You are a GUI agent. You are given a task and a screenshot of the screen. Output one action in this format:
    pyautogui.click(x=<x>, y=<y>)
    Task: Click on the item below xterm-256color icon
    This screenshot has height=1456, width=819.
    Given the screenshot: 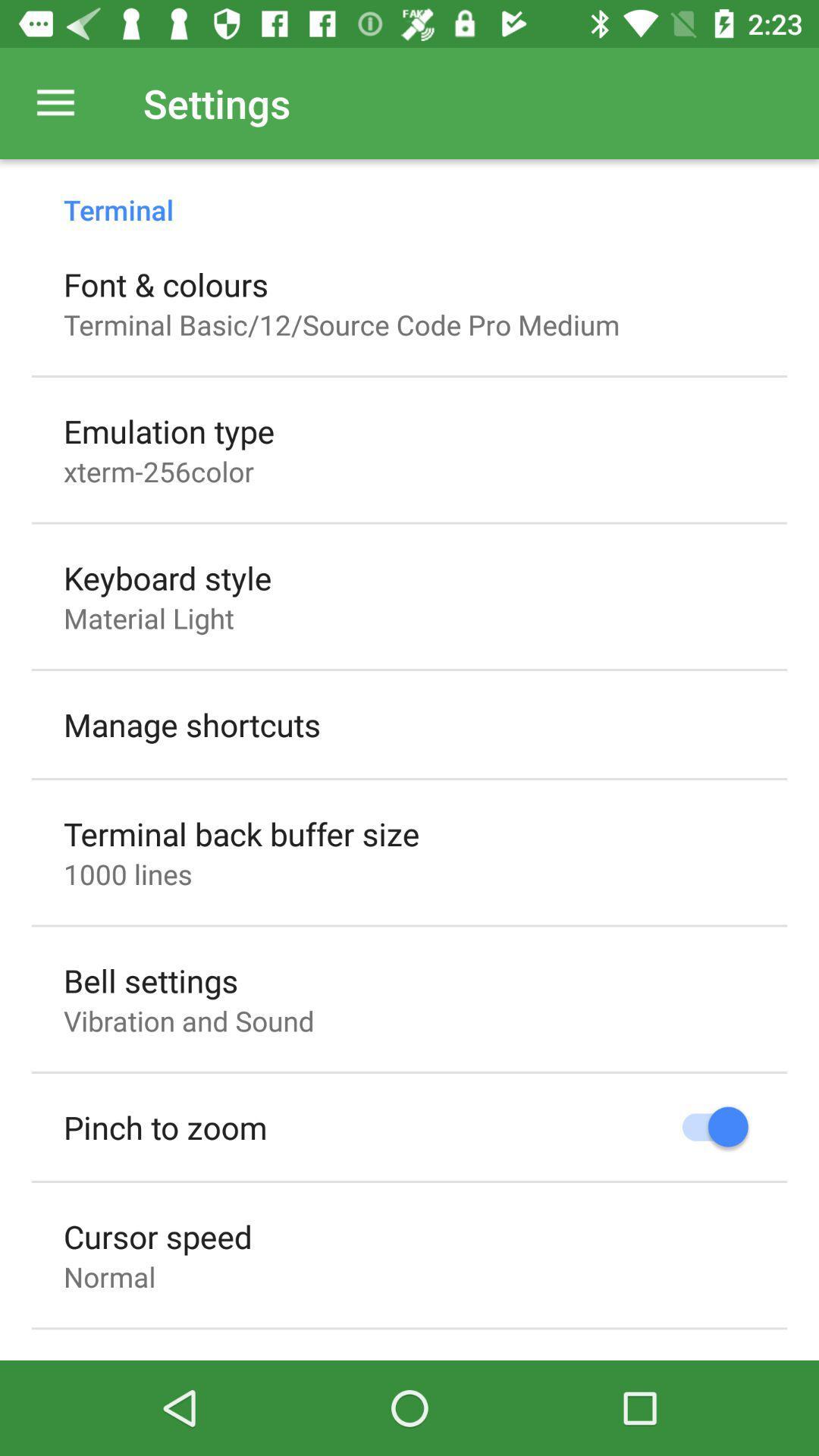 What is the action you would take?
    pyautogui.click(x=168, y=577)
    